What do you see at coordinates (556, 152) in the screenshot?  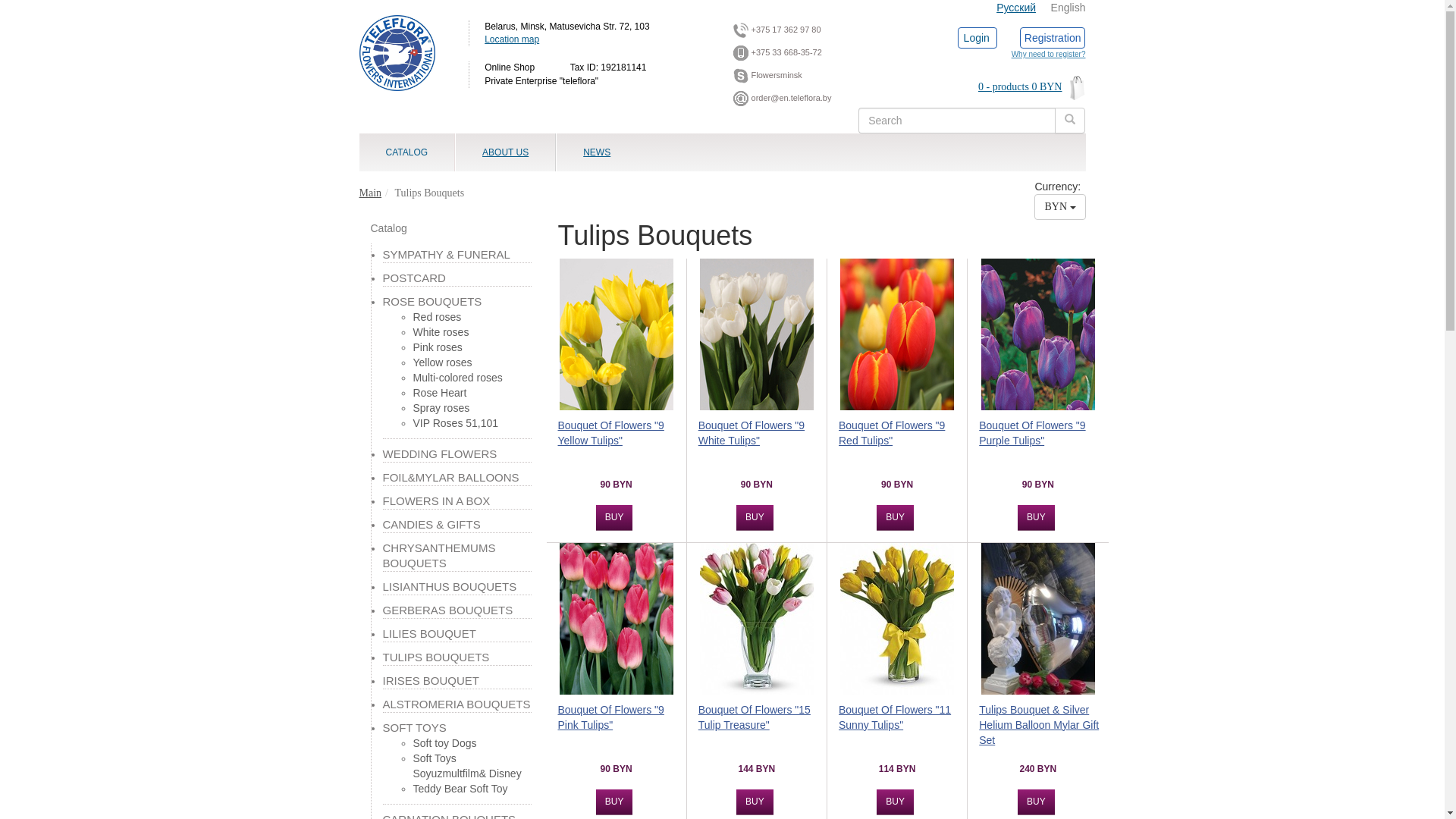 I see `'NEWS'` at bounding box center [556, 152].